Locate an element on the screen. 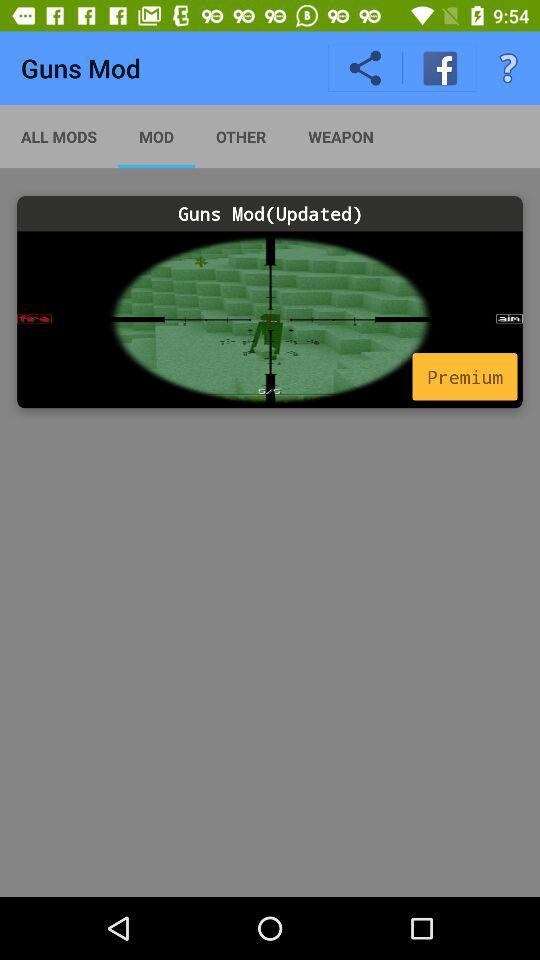 Image resolution: width=540 pixels, height=960 pixels. the app to the right of mod item is located at coordinates (241, 135).